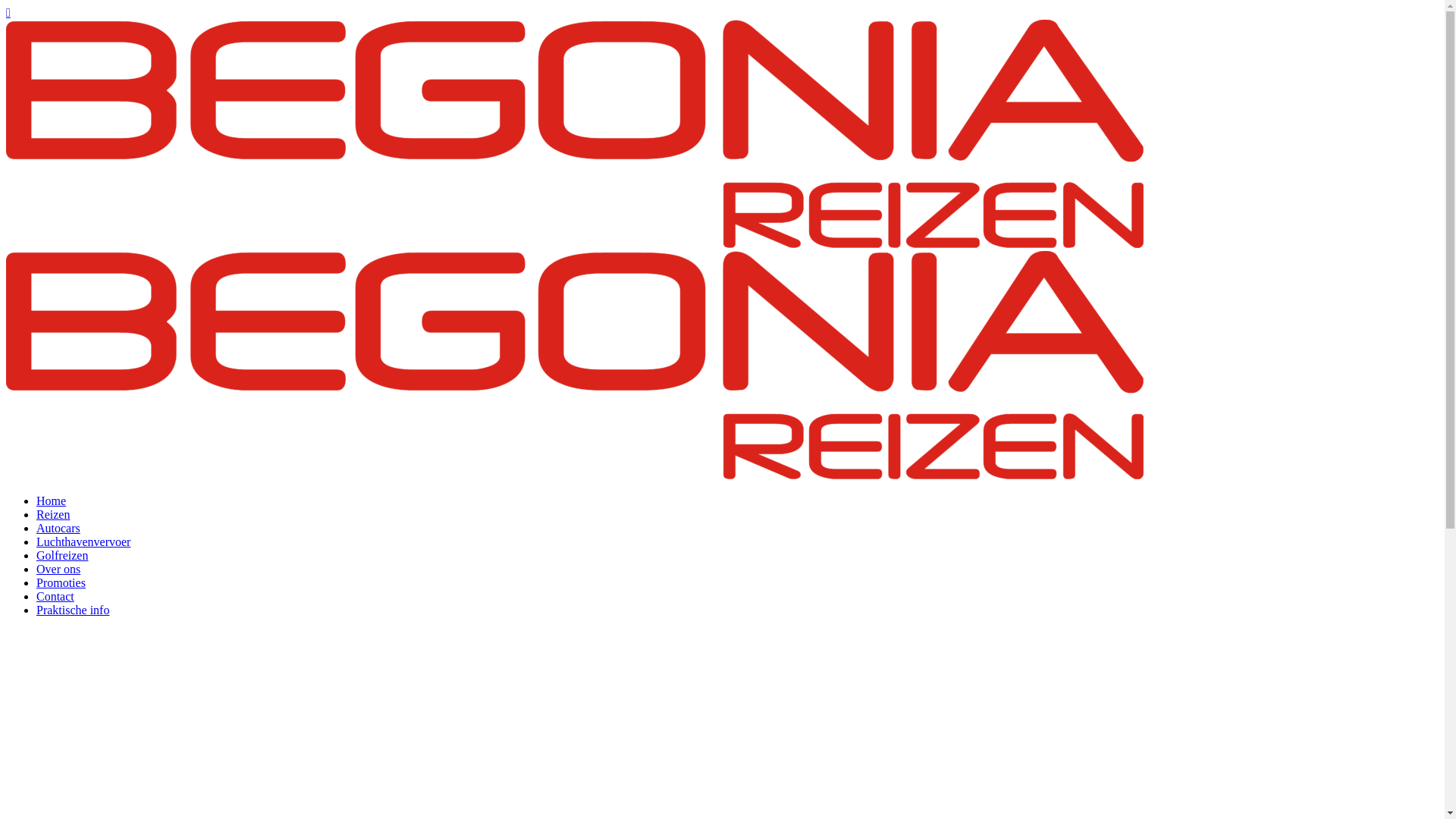  I want to click on 'Over ons', so click(58, 569).